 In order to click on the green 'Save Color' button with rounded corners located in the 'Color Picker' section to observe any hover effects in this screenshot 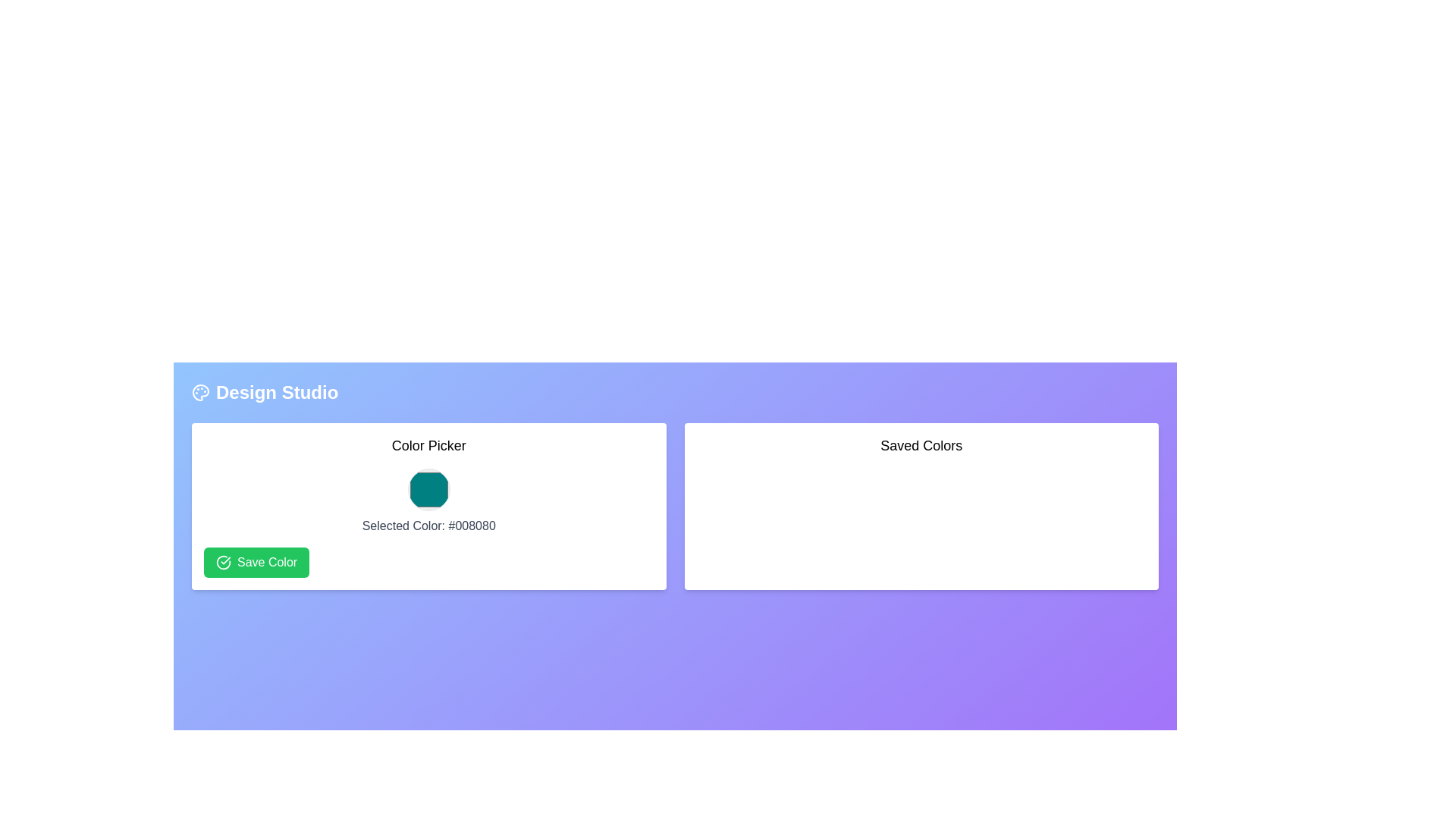, I will do `click(256, 562)`.